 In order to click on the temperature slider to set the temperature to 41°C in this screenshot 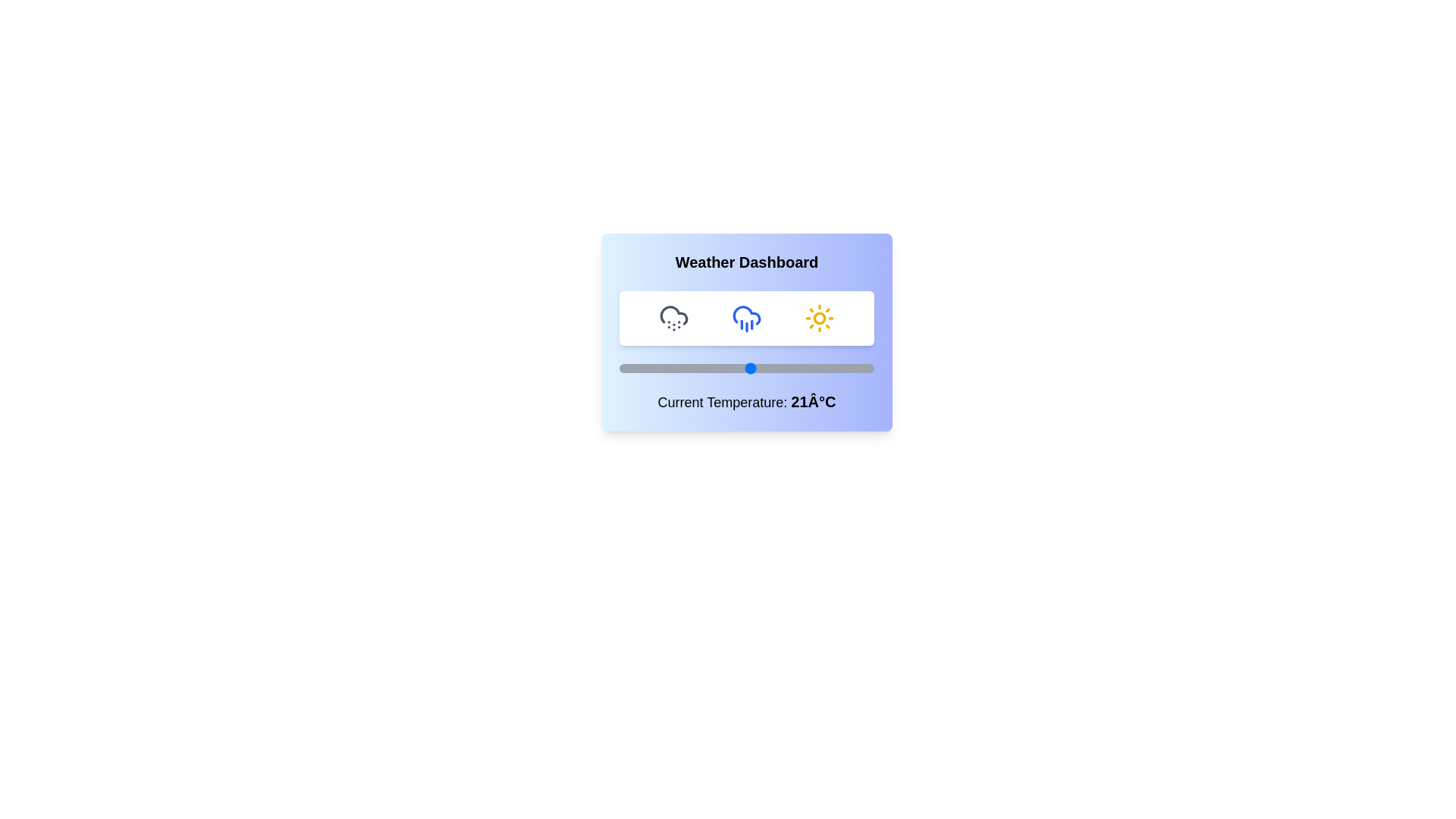, I will do `click(835, 369)`.